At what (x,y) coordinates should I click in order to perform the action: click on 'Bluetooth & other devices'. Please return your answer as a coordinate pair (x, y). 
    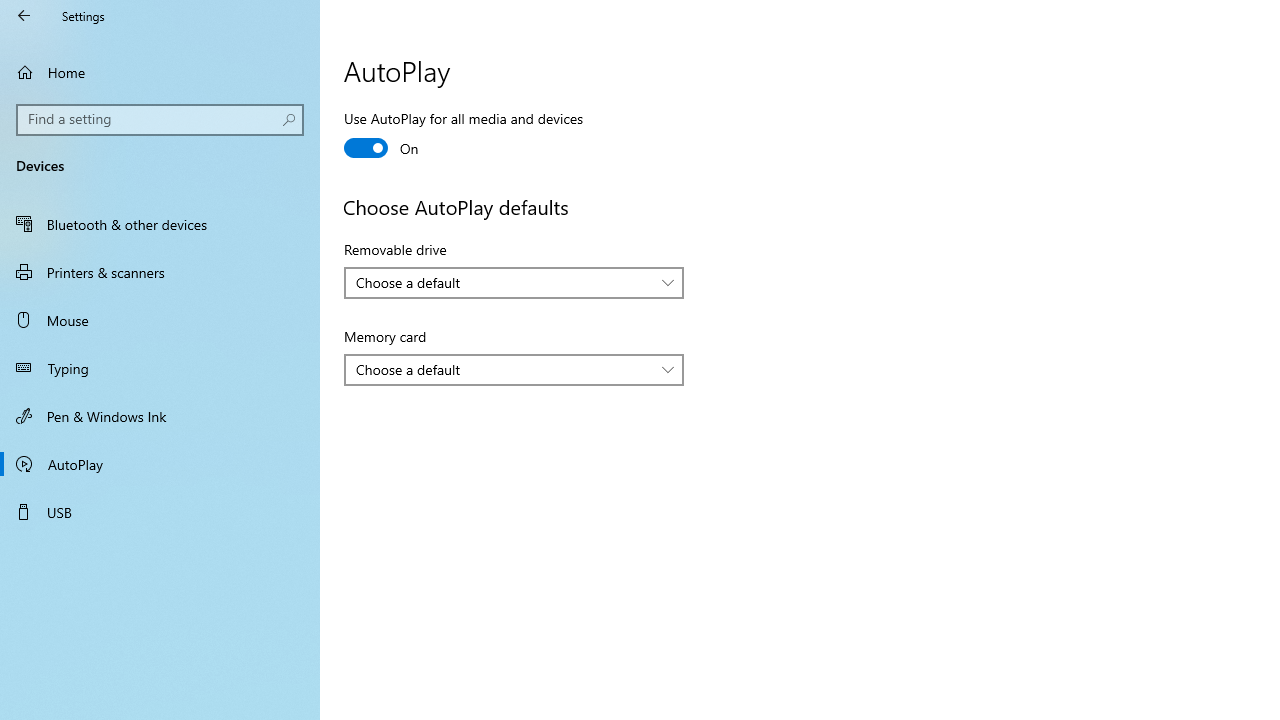
    Looking at the image, I should click on (160, 223).